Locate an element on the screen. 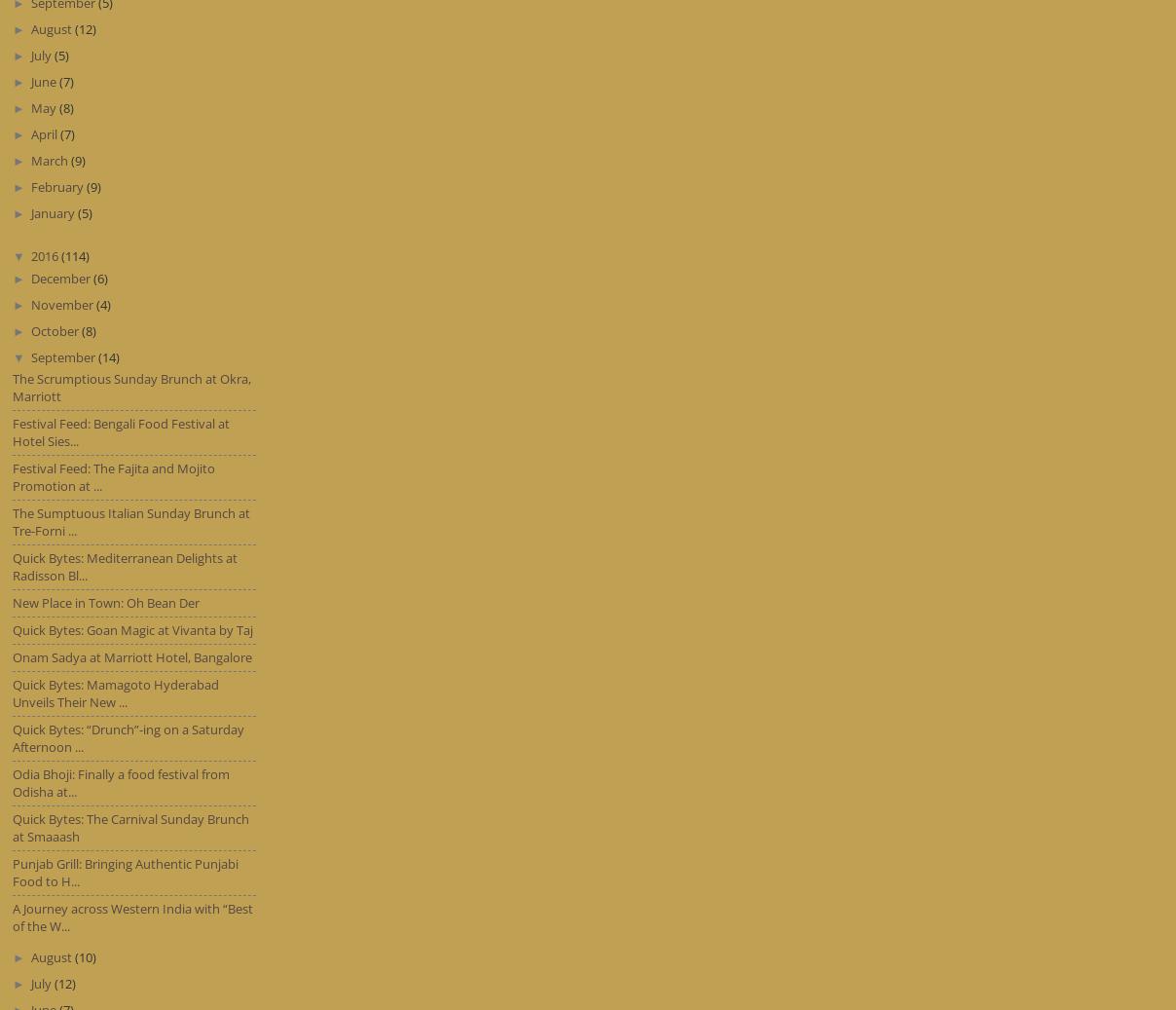  'Onam Sadya at Marriott Hotel, Bangalore' is located at coordinates (131, 656).